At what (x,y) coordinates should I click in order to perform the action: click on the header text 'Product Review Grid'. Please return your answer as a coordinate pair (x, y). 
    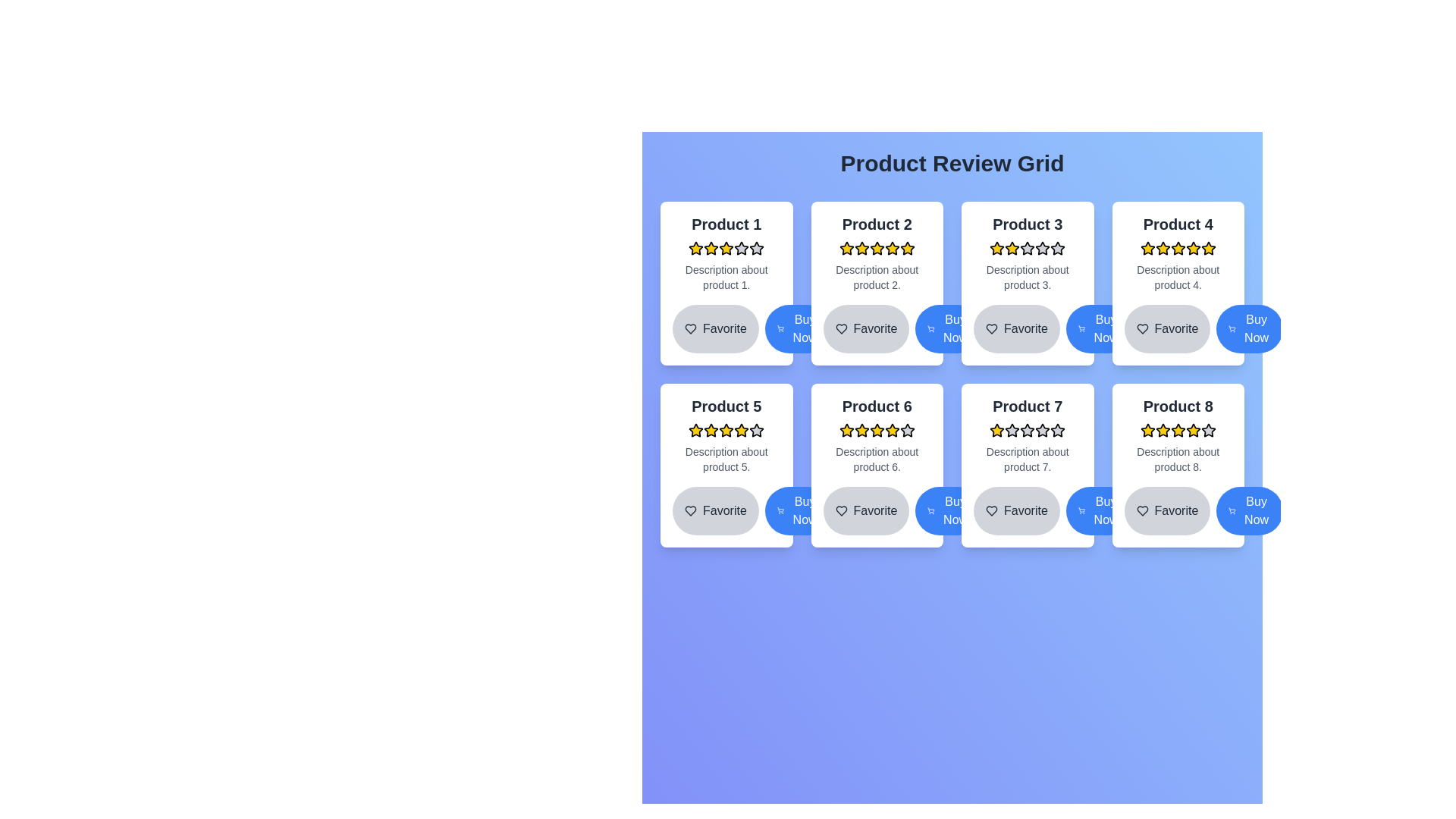
    Looking at the image, I should click on (952, 164).